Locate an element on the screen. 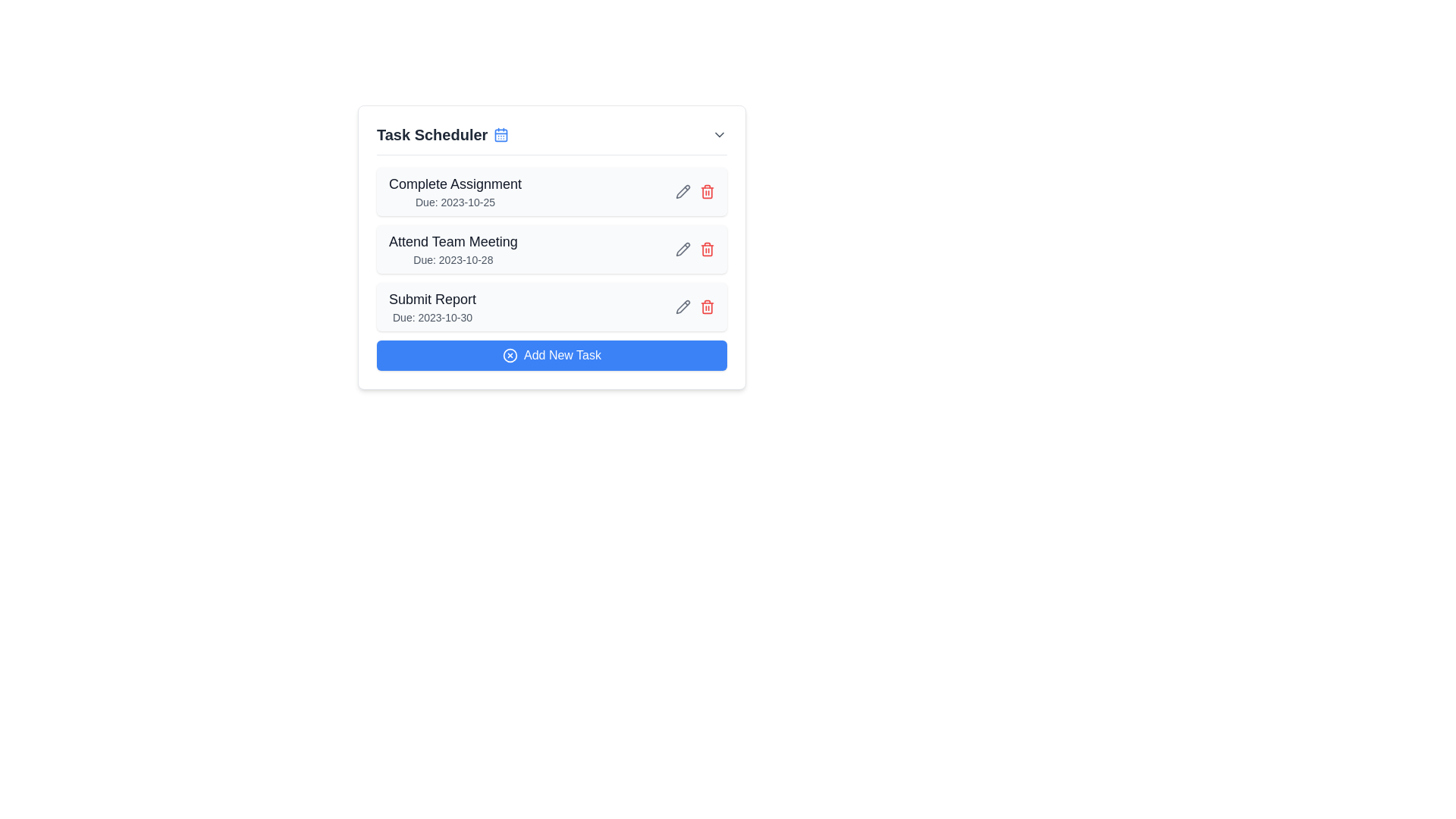 This screenshot has height=819, width=1456. the circular icon with the 'X' symbol located within the blue button titled 'Add New Task', positioned to the left of the text label is located at coordinates (510, 356).